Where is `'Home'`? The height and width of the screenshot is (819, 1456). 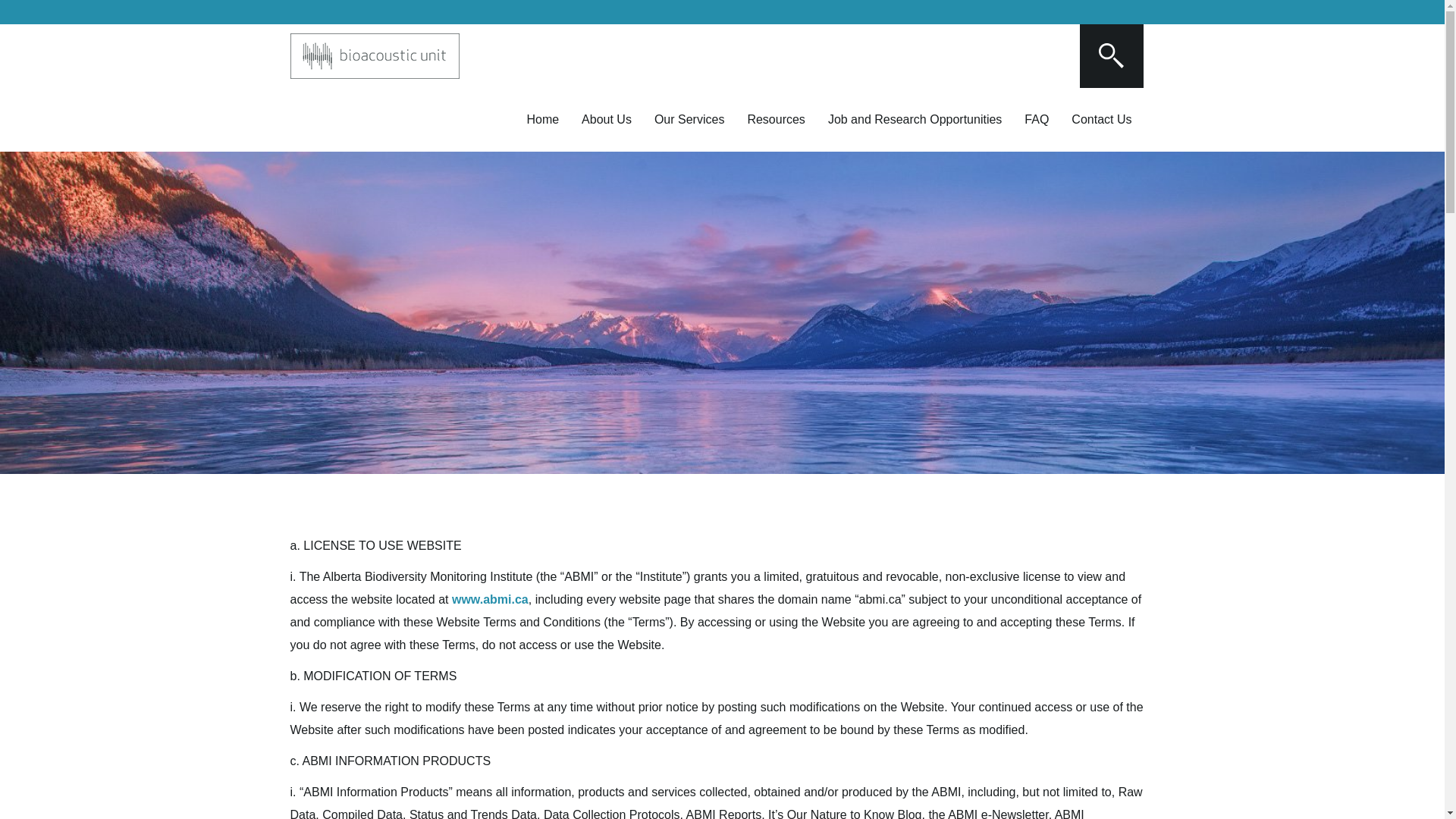 'Home' is located at coordinates (542, 119).